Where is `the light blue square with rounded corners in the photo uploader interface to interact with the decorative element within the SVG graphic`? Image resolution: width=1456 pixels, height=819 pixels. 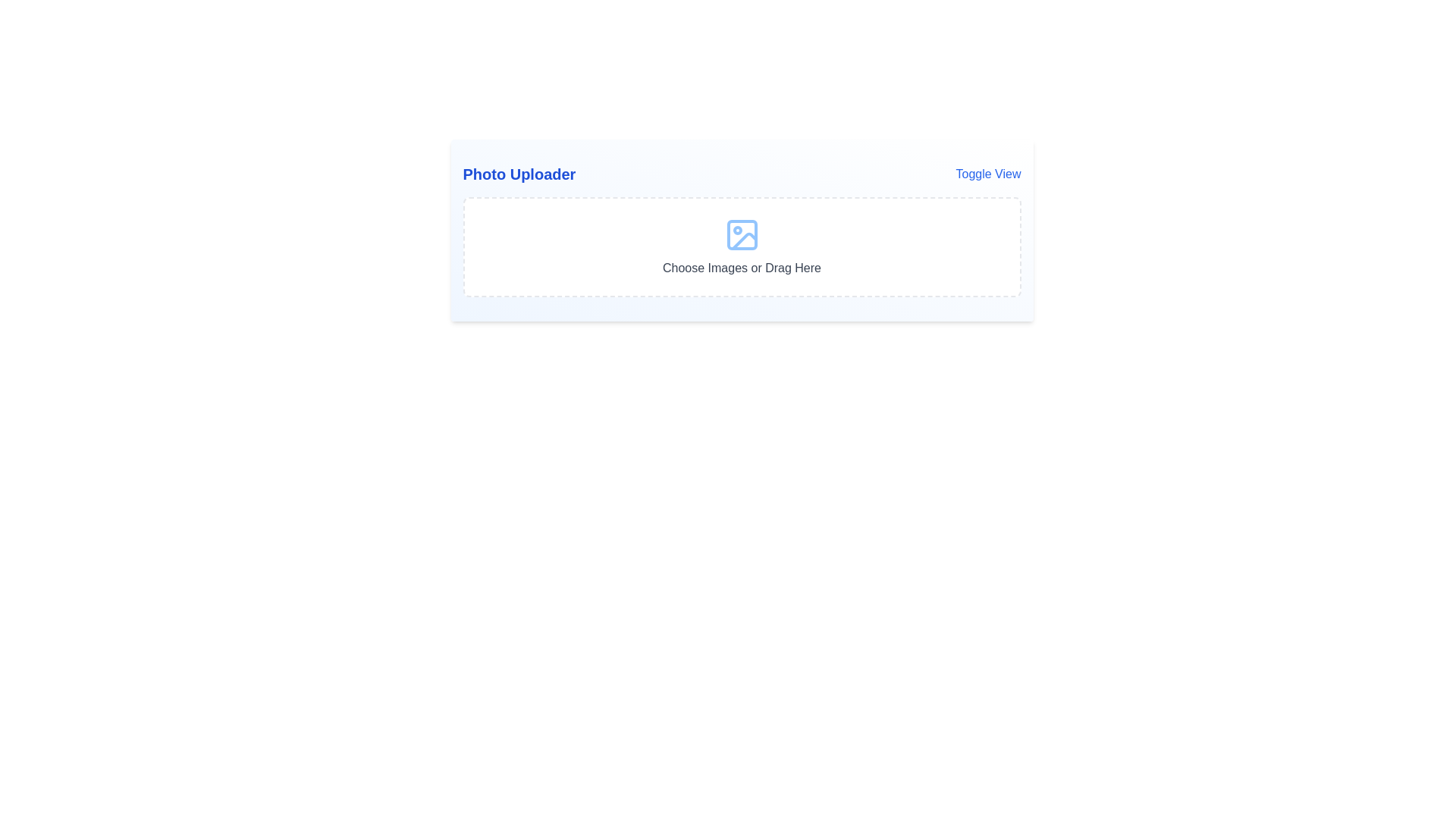
the light blue square with rounded corners in the photo uploader interface to interact with the decorative element within the SVG graphic is located at coordinates (742, 234).